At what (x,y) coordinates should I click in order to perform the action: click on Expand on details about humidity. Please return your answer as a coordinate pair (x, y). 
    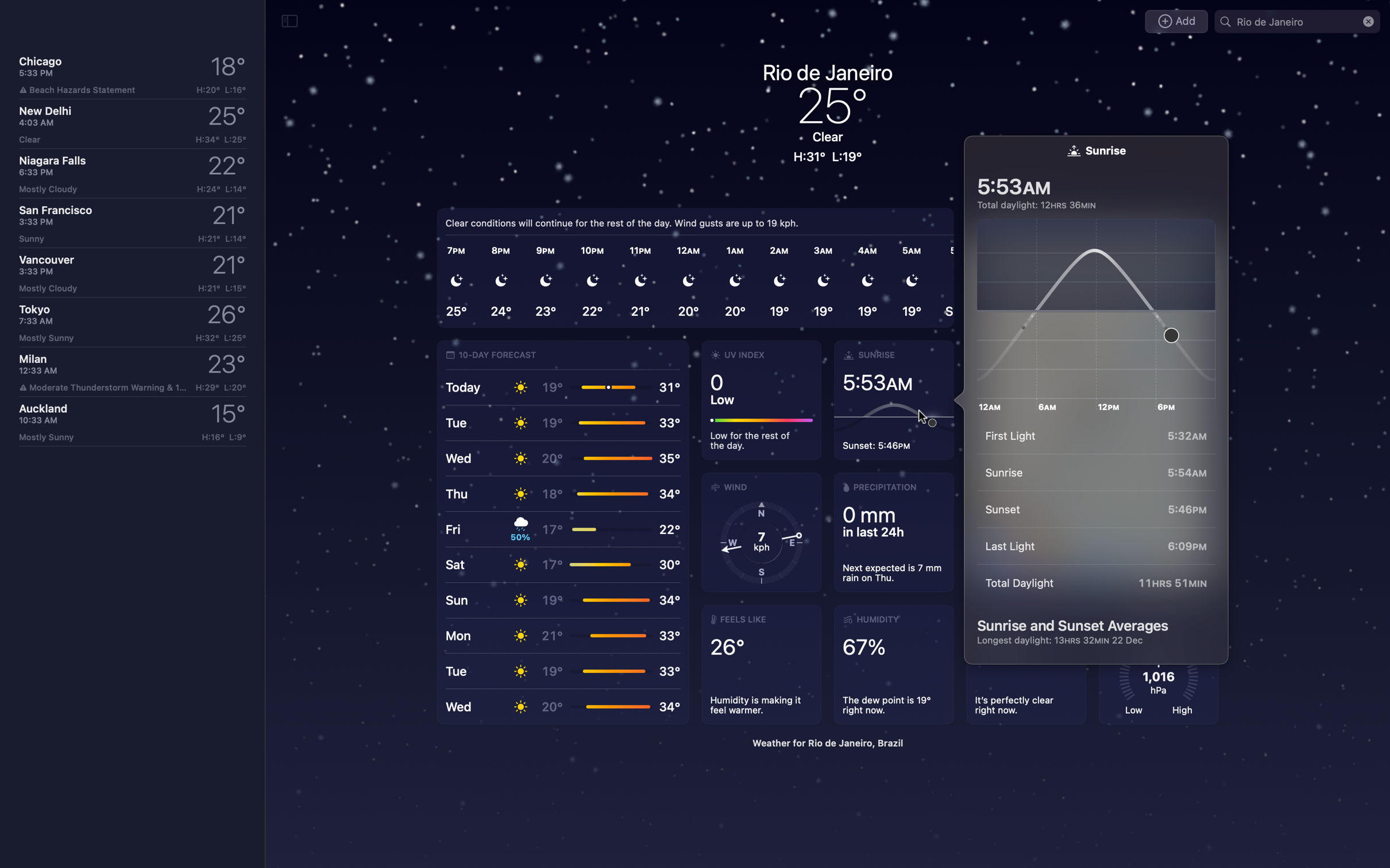
    Looking at the image, I should click on (896, 665).